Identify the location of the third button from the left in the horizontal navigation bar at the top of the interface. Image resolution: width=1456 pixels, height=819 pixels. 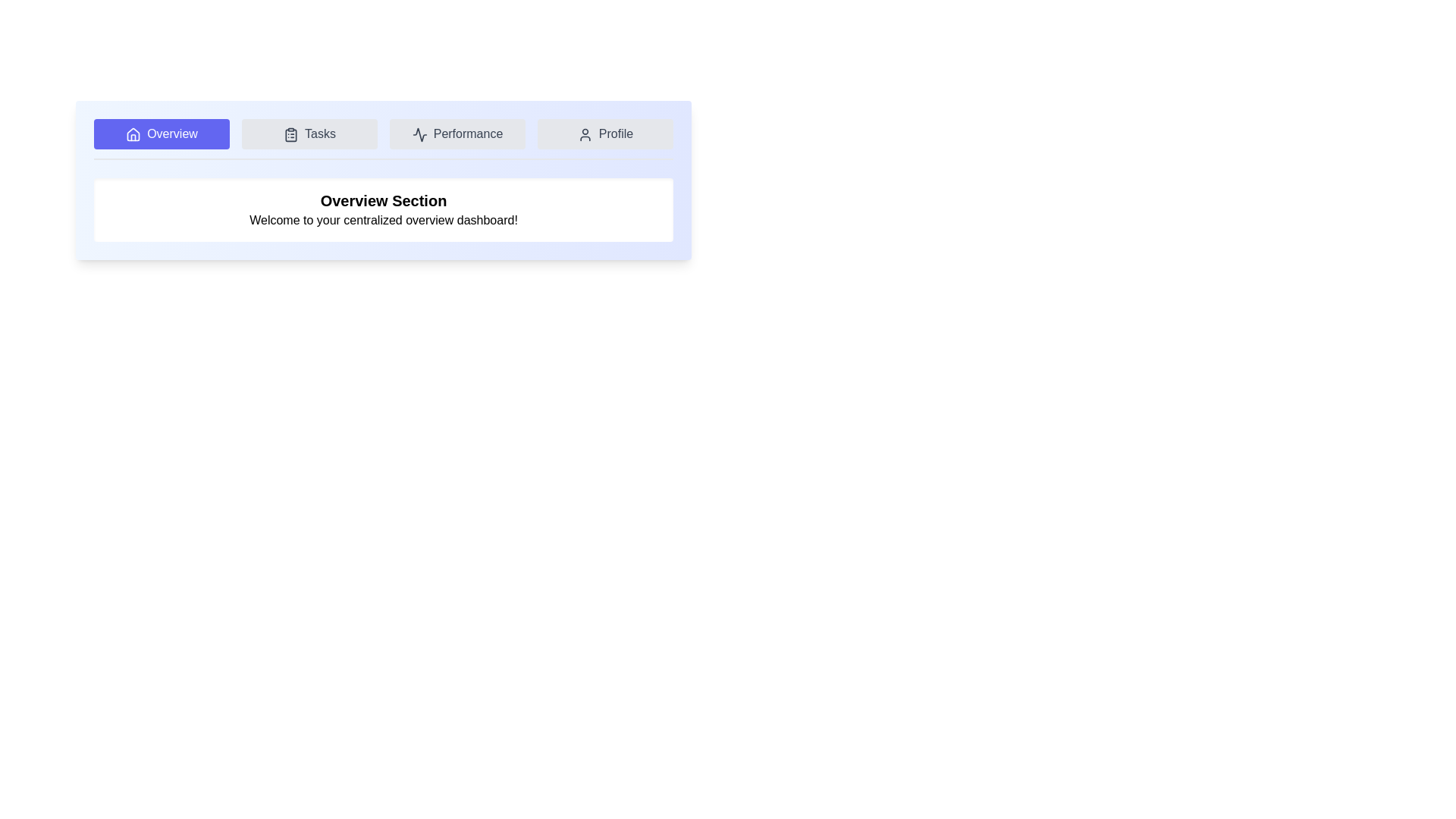
(457, 133).